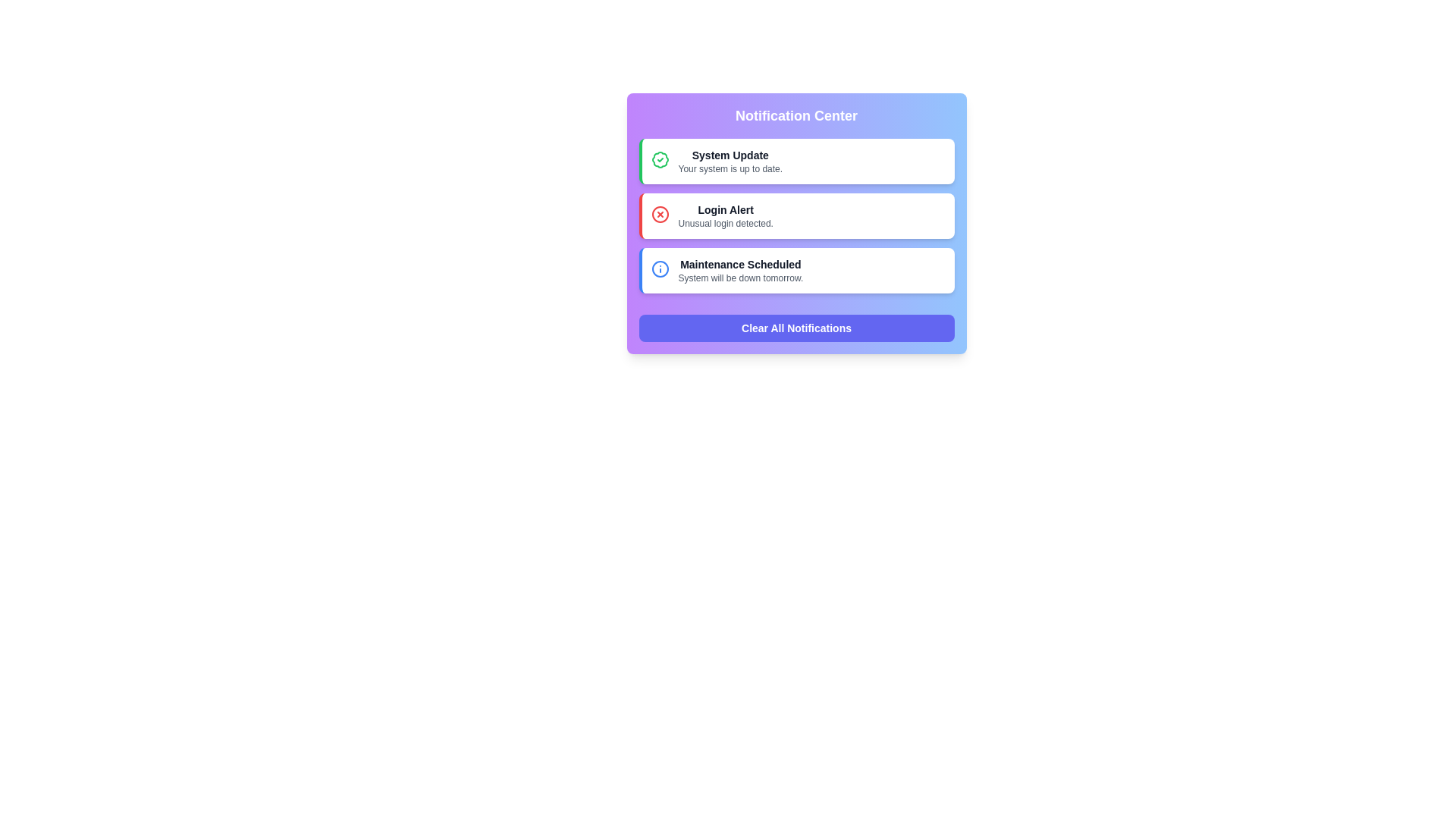  I want to click on text 'Login Alert' from the second notification panel, which is styled in bold dark gray and positioned to the right of the red circular icon, so click(725, 210).